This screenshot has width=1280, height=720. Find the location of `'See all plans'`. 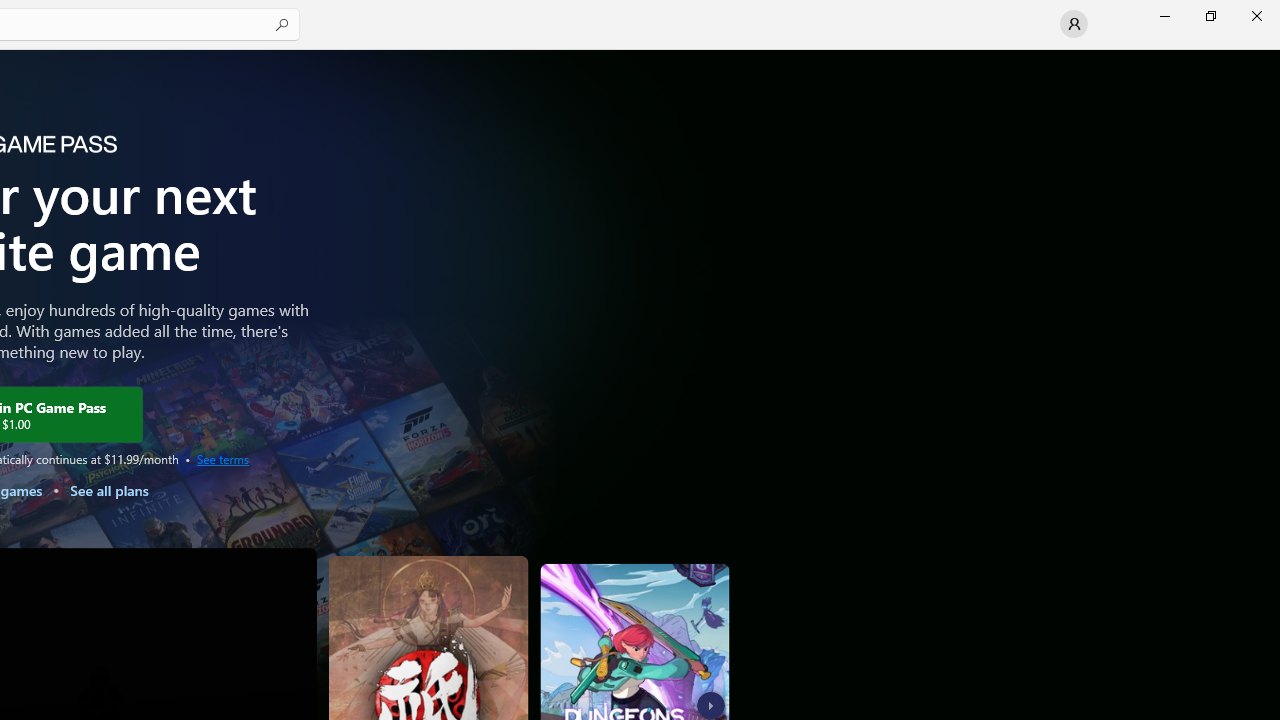

'See all plans' is located at coordinates (107, 490).